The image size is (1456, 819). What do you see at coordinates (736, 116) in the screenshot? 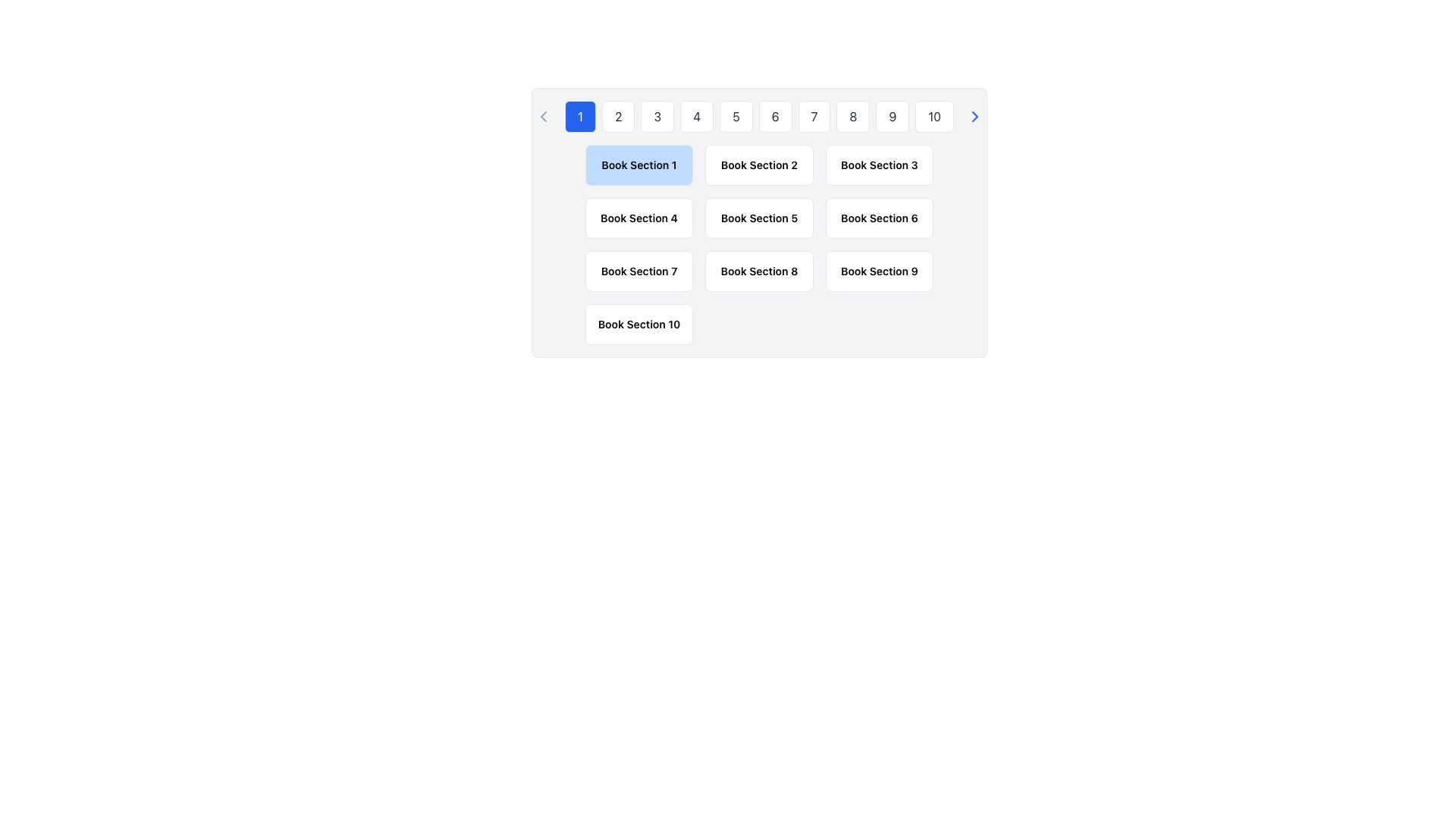
I see `the fifth button in the row of numbered buttons at the top of the book section interface` at bounding box center [736, 116].